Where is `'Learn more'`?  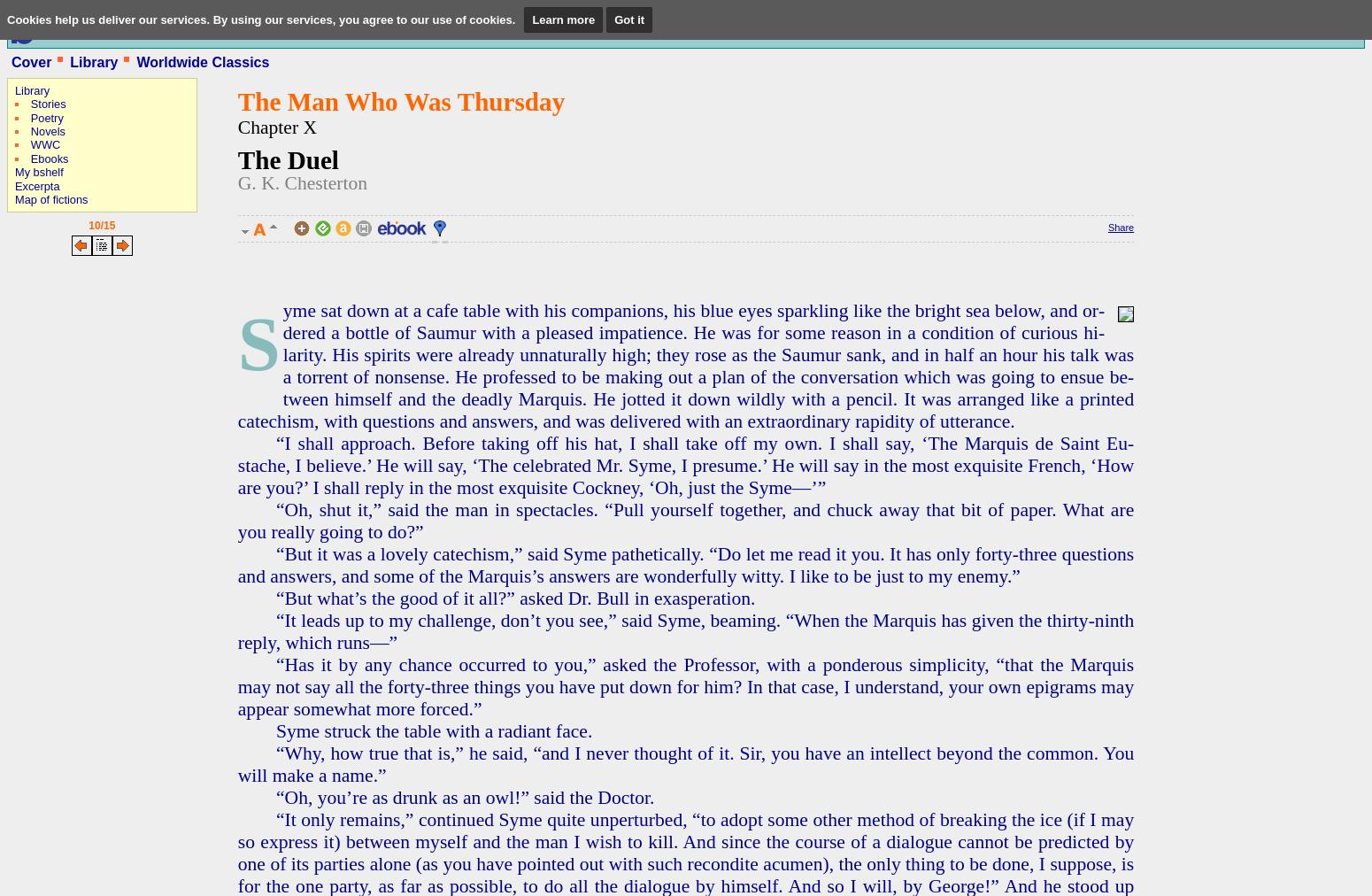 'Learn more' is located at coordinates (562, 19).